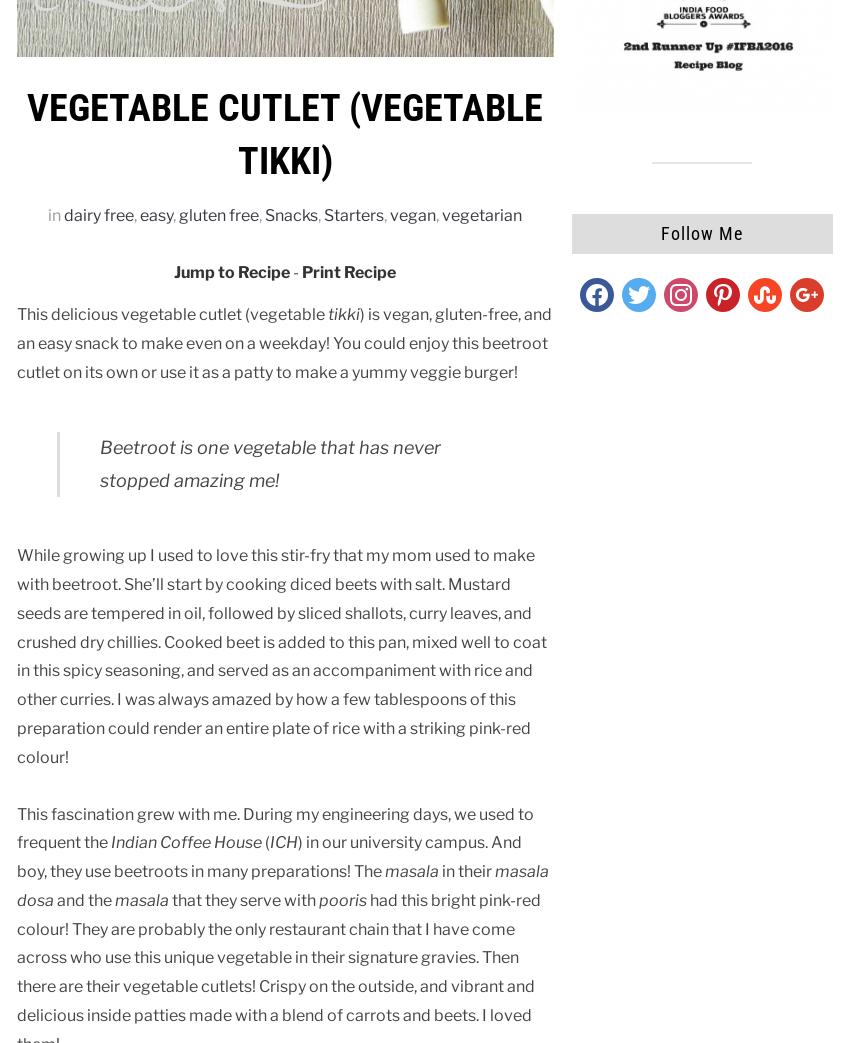 This screenshot has height=1043, width=850. What do you see at coordinates (701, 232) in the screenshot?
I see `'Follow me'` at bounding box center [701, 232].